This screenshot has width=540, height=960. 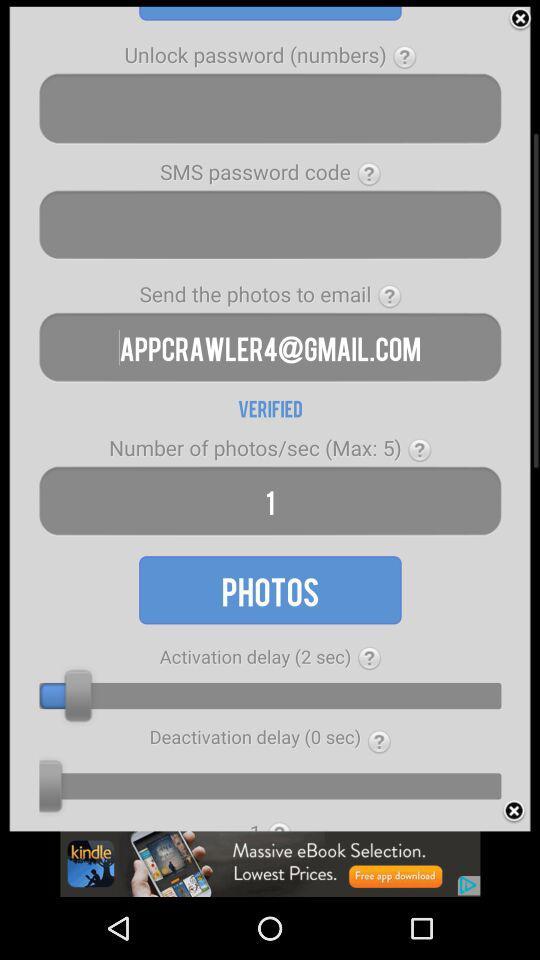 I want to click on option, so click(x=520, y=18).